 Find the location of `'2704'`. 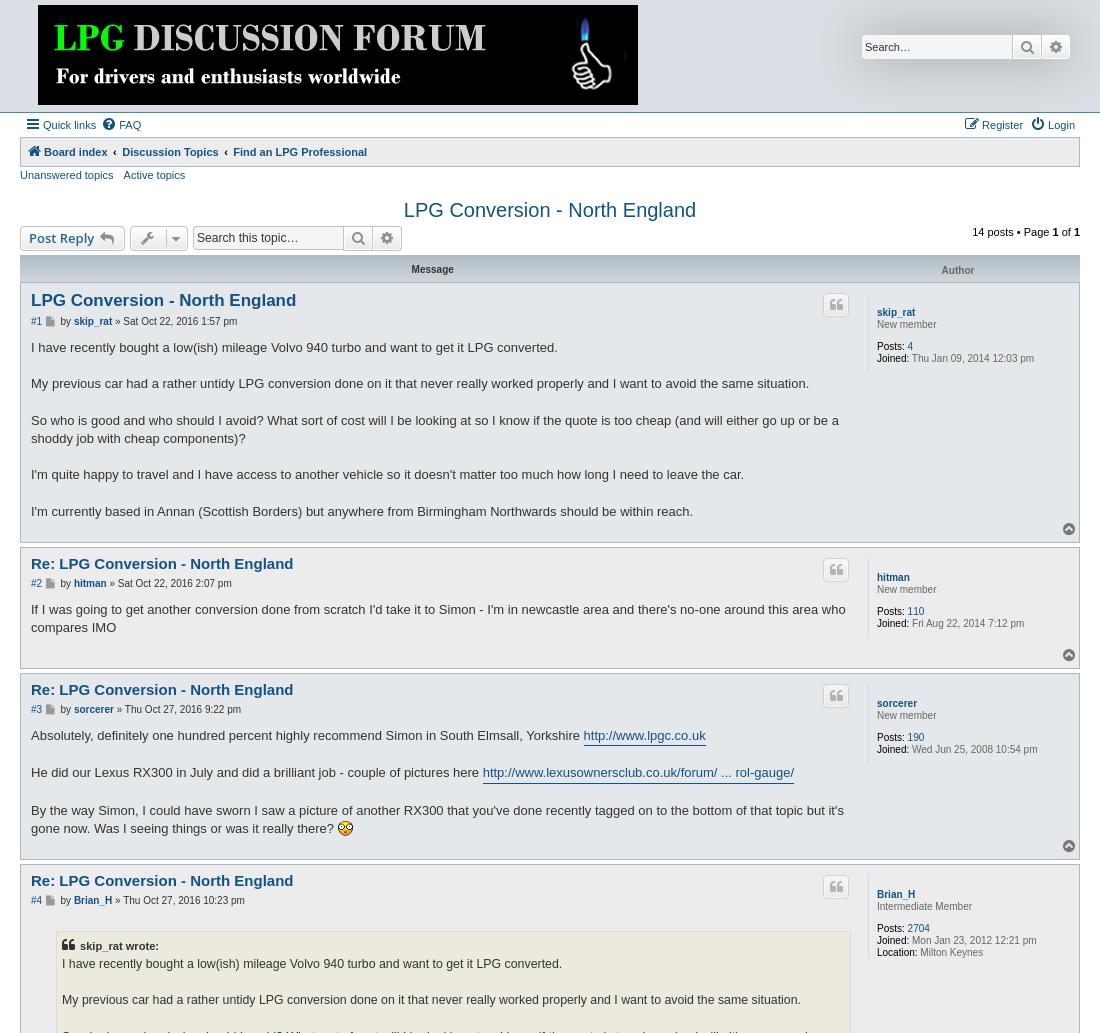

'2704' is located at coordinates (917, 927).